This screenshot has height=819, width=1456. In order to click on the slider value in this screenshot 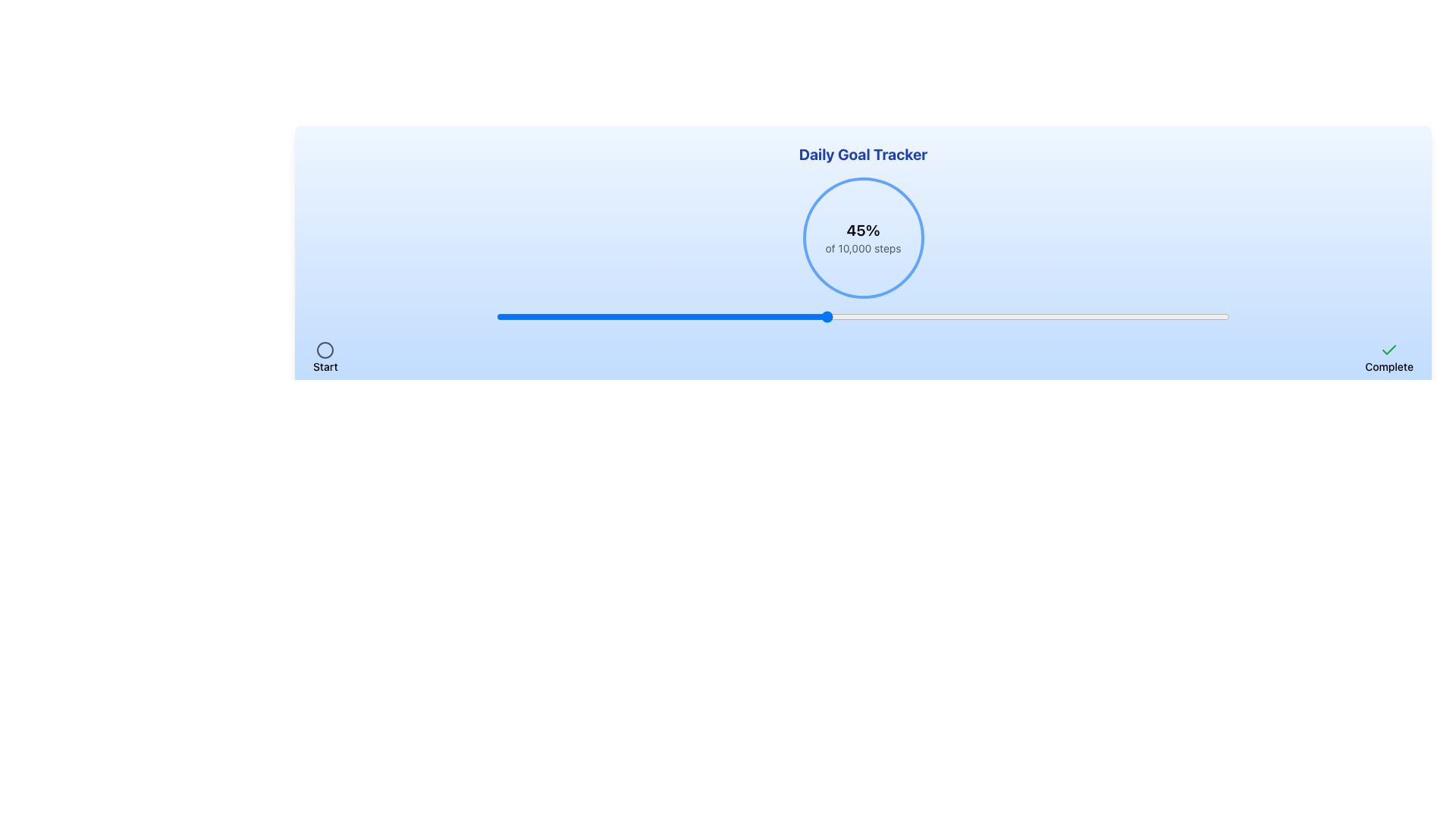, I will do `click(1105, 315)`.